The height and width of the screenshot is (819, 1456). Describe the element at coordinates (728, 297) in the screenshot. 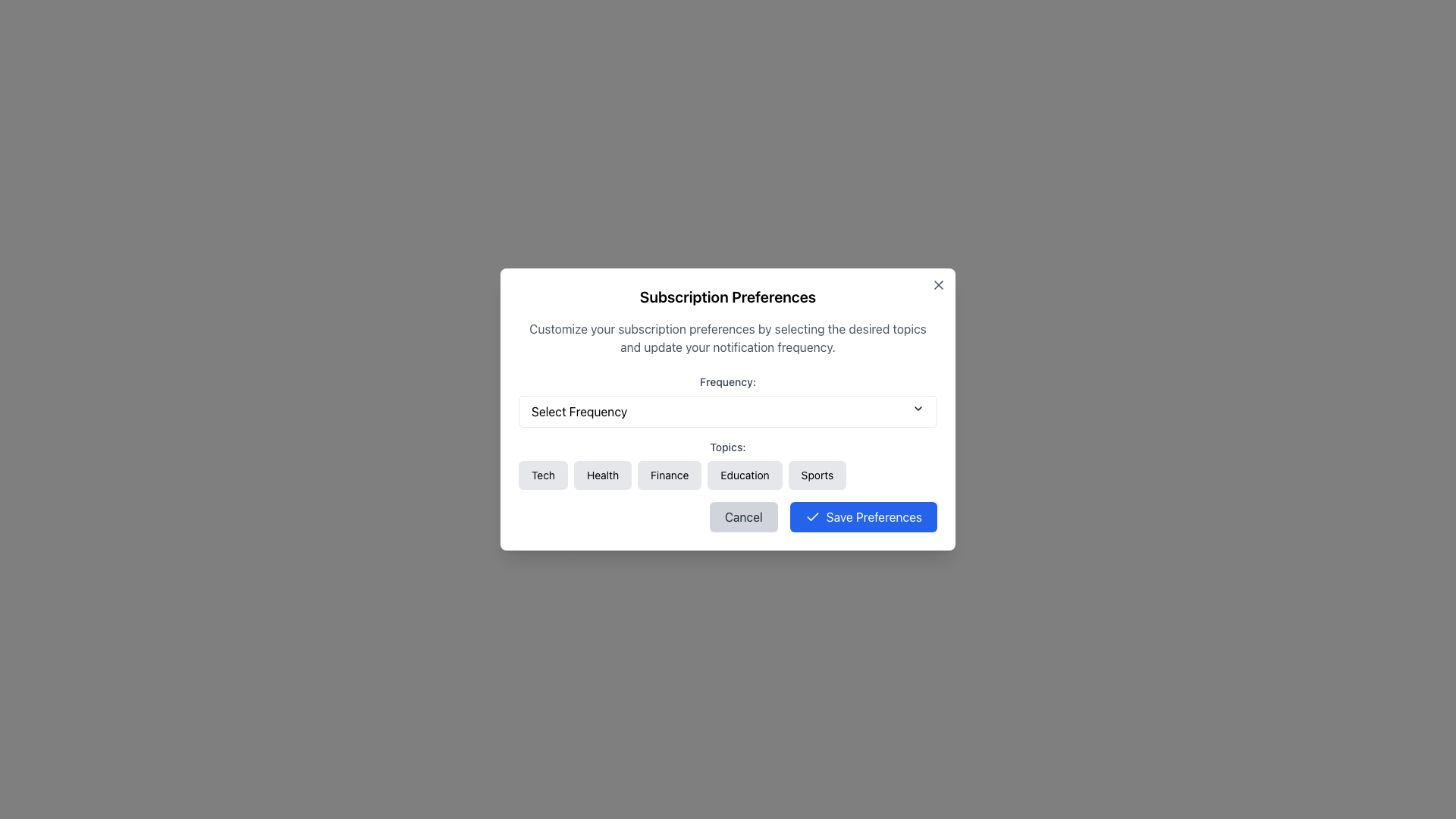

I see `the static text element that serves as the title of the modal window, located at the center of the modal below the close button` at that location.